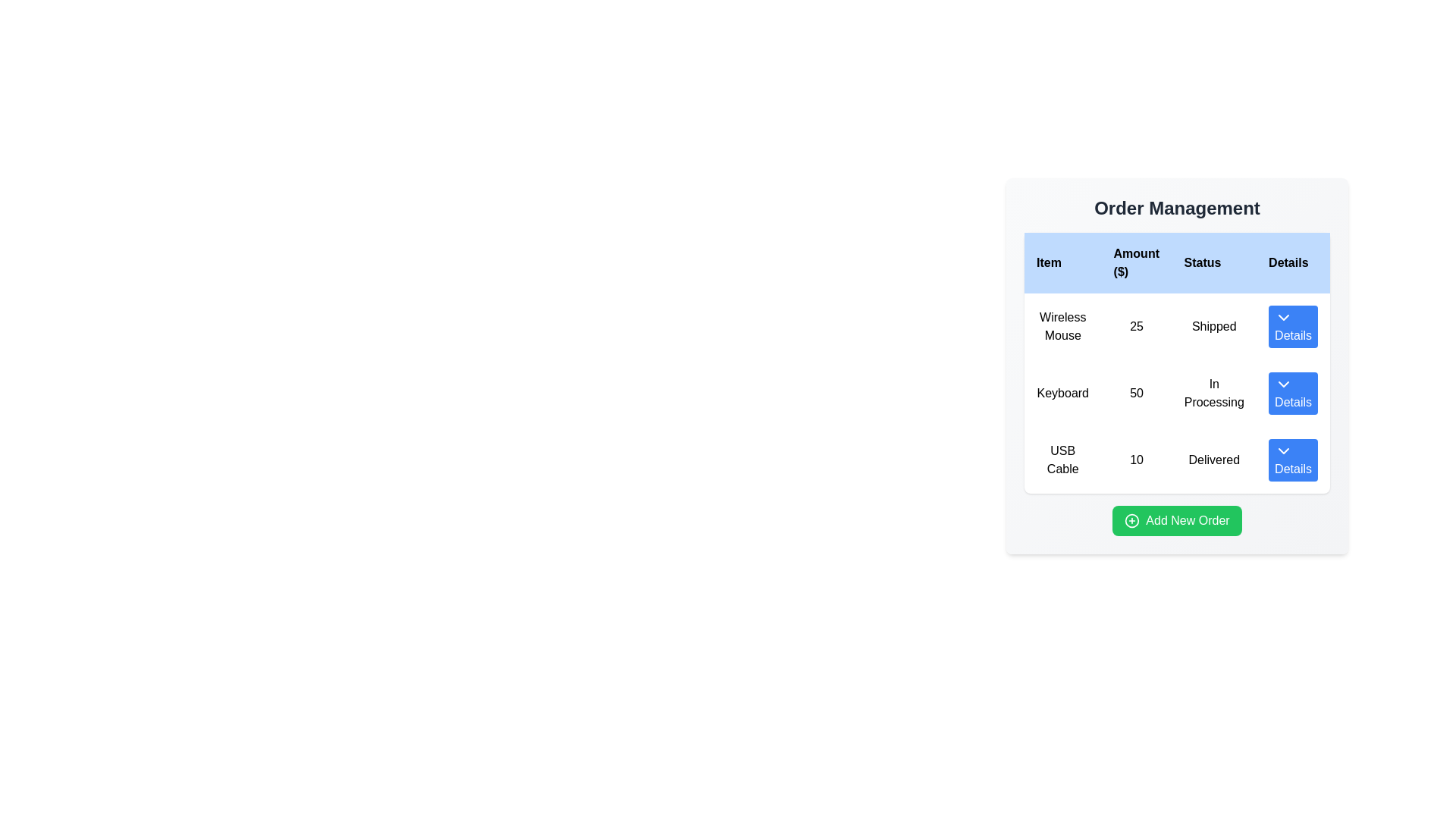  I want to click on the green rectangular button labeled 'Add New Order' located at the bottom center of the 'Order Management' section, so click(1176, 519).